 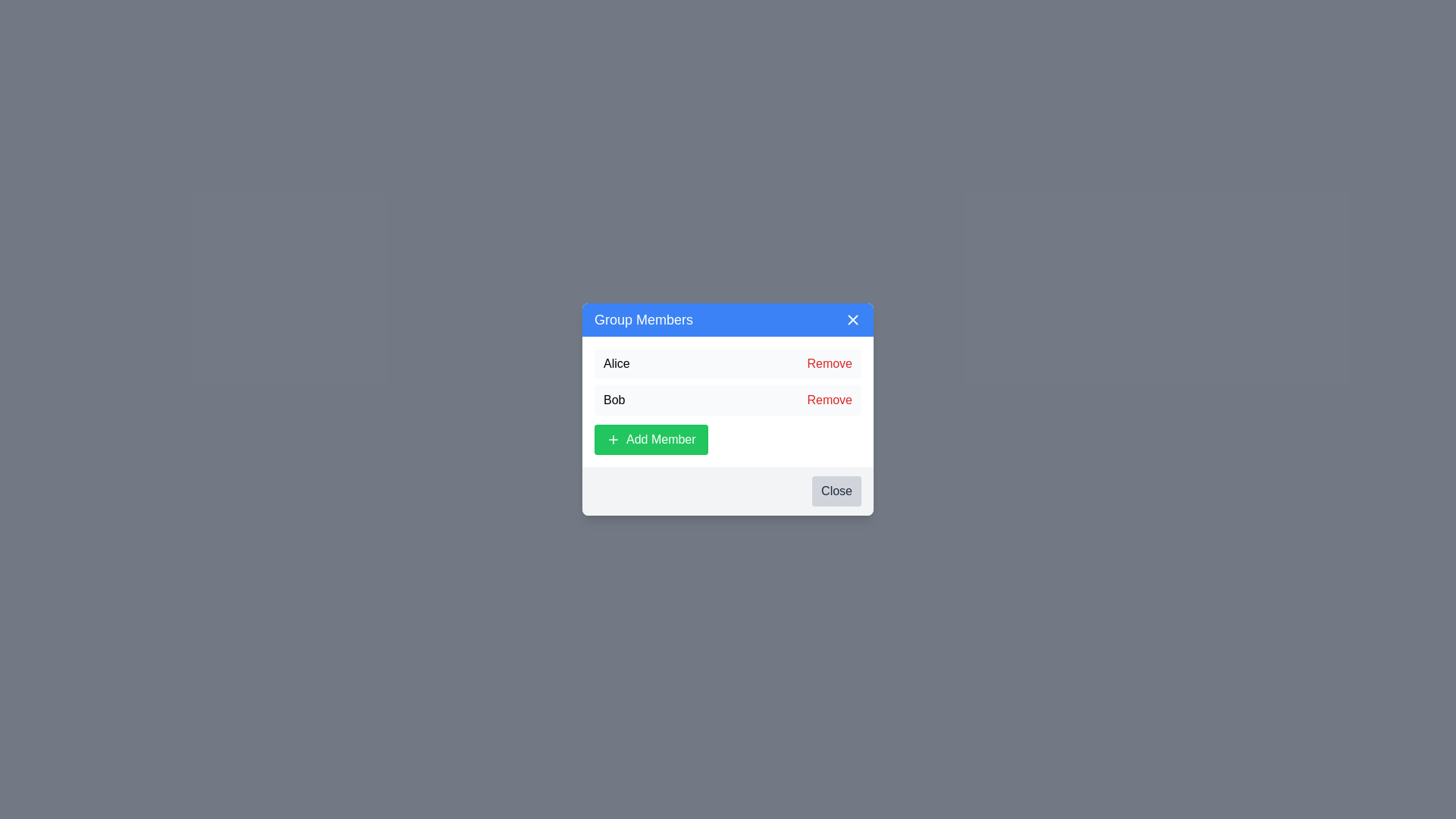 What do you see at coordinates (651, 439) in the screenshot?
I see `the green rectangular button labeled 'Add Member' with a '+' icon to initiate adding a new member` at bounding box center [651, 439].